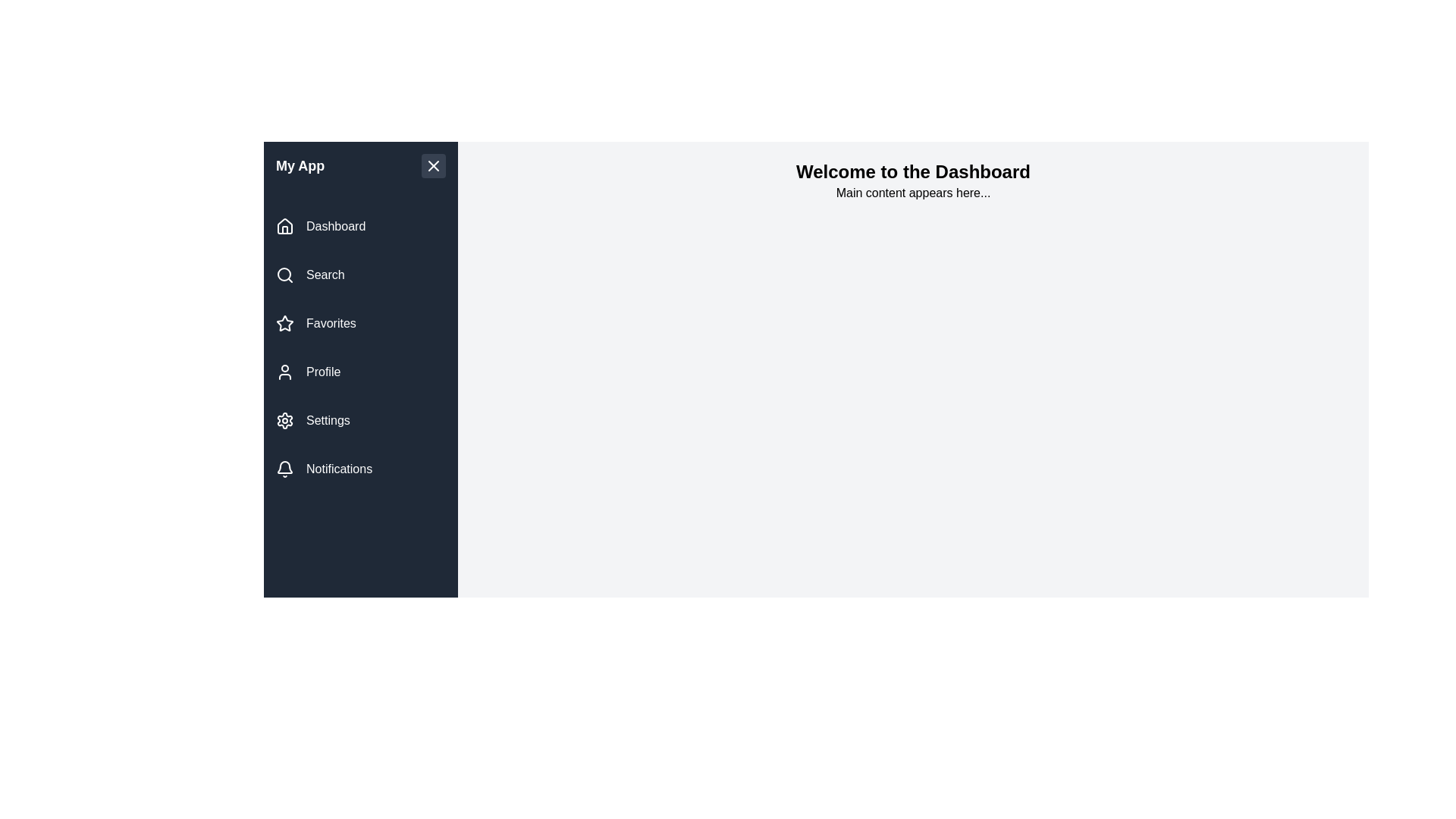 The height and width of the screenshot is (819, 1456). I want to click on the navigation link labeled Search, so click(359, 275).